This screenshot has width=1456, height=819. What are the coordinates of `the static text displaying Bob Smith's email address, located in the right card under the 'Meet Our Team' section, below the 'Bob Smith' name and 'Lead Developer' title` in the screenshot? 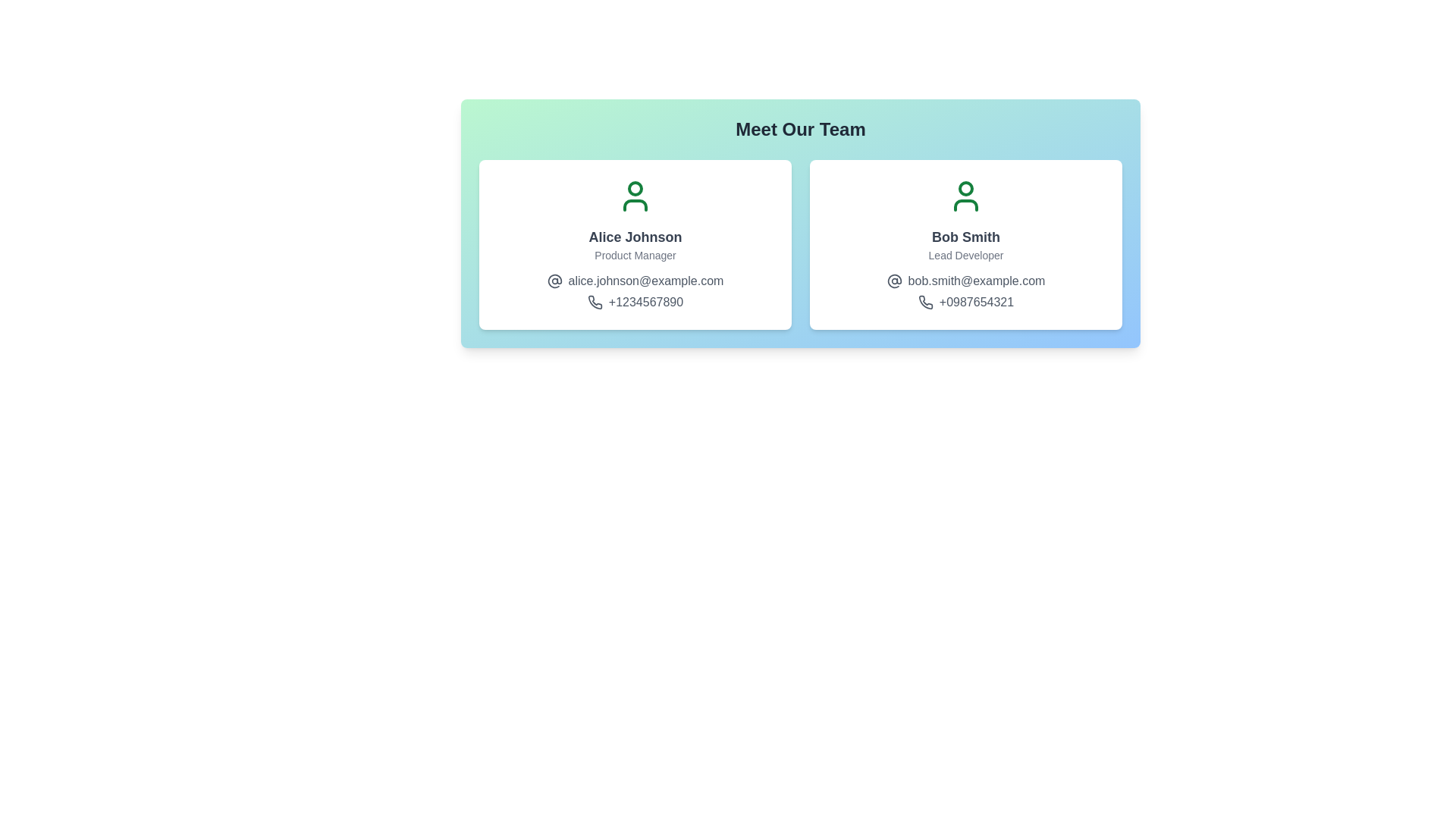 It's located at (976, 281).